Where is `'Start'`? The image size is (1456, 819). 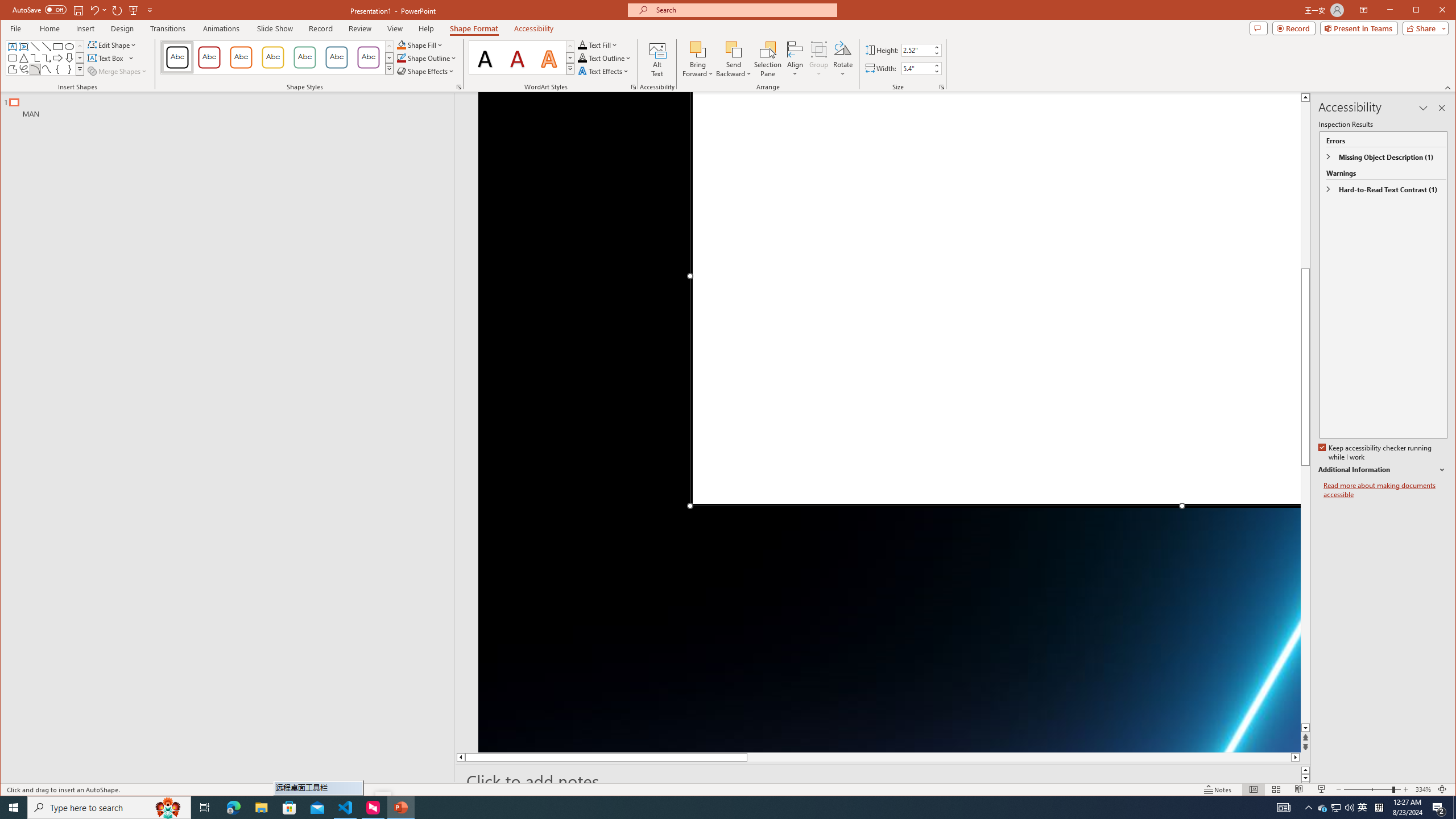 'Start' is located at coordinates (14, 806).